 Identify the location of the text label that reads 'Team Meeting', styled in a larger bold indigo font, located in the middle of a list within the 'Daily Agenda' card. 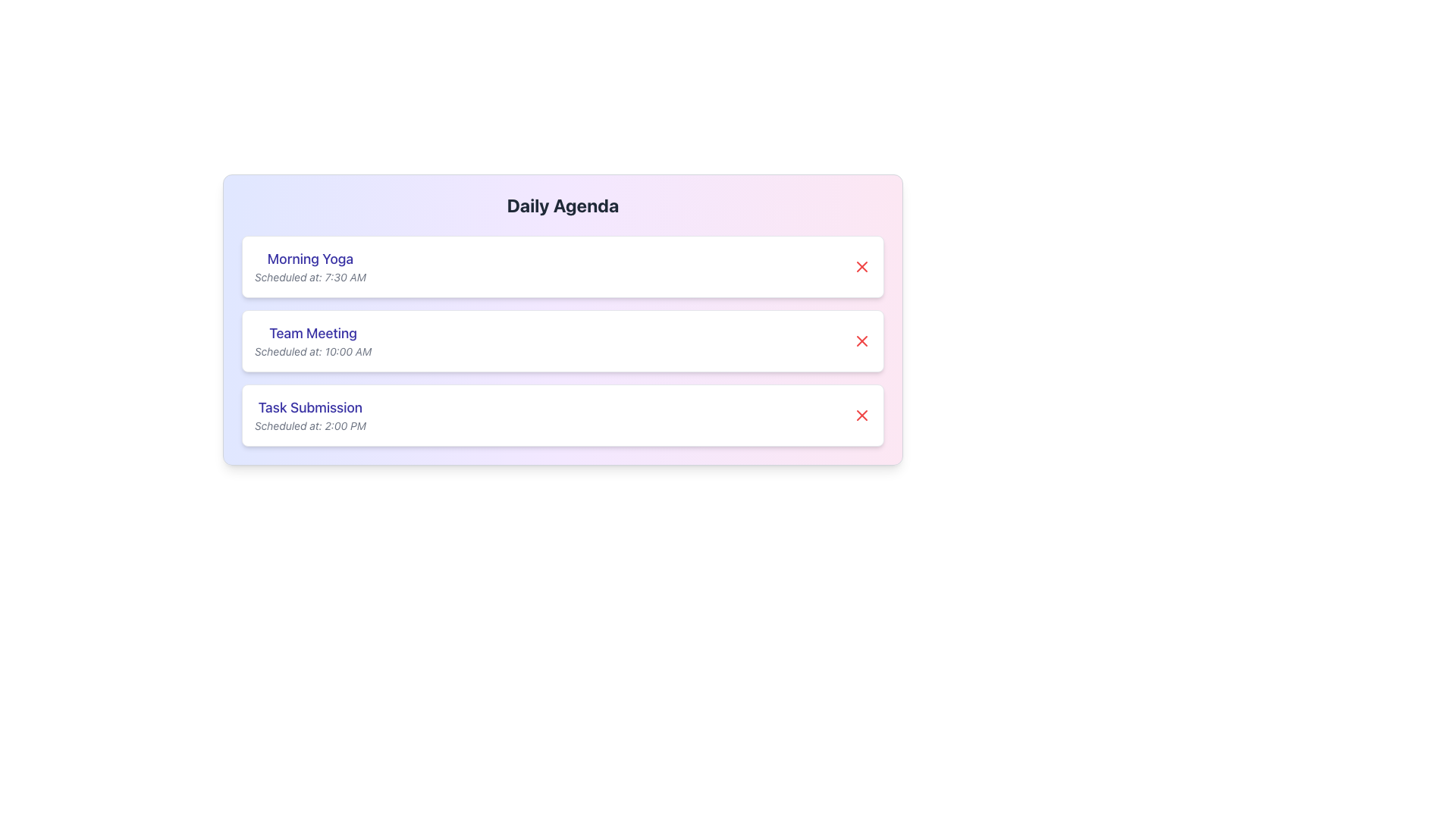
(312, 332).